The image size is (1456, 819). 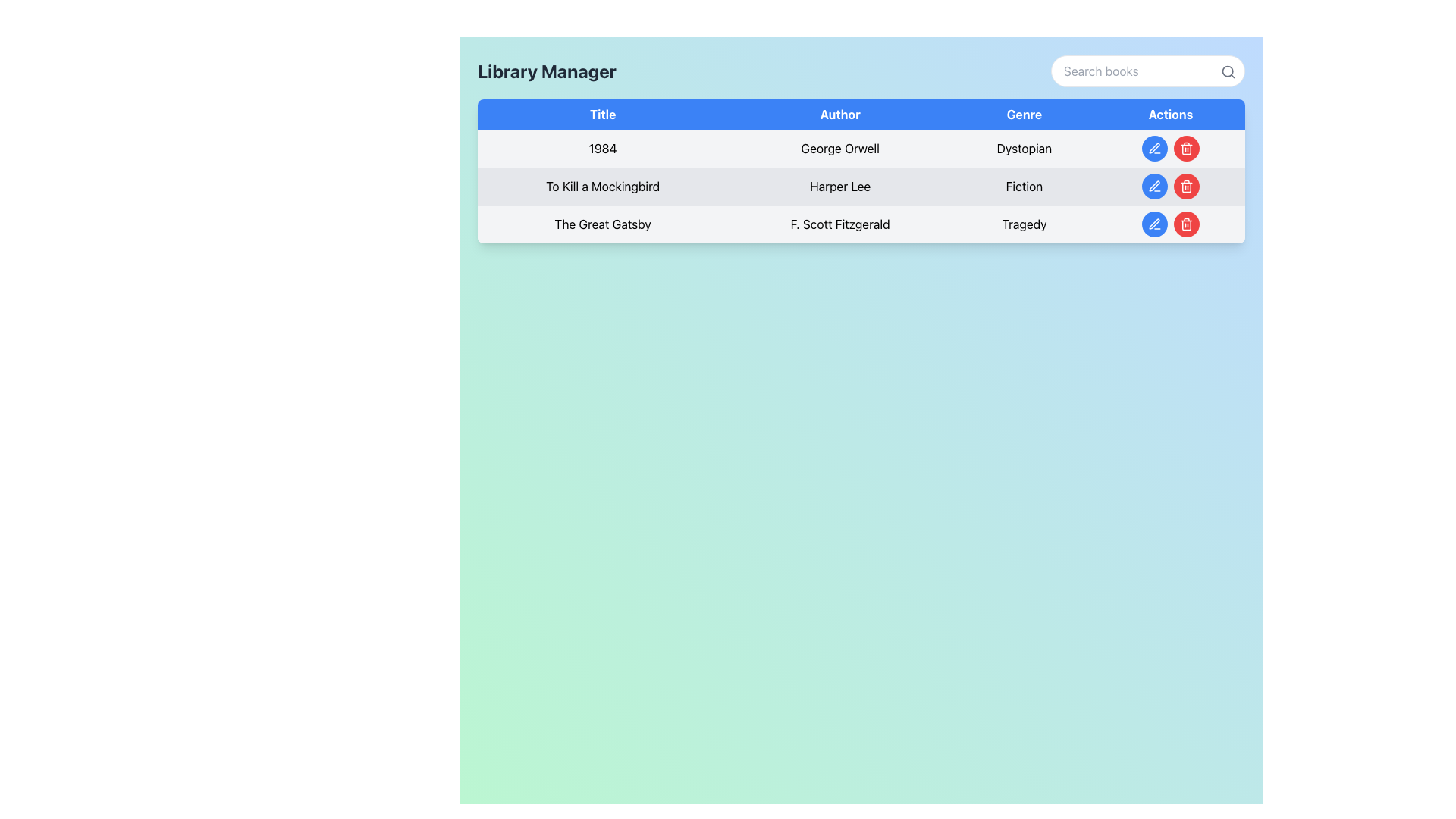 I want to click on the blue rounded button with a white pen icon in the actions column of the row for the book 'To Kill a Mockingbird', so click(x=1153, y=186).